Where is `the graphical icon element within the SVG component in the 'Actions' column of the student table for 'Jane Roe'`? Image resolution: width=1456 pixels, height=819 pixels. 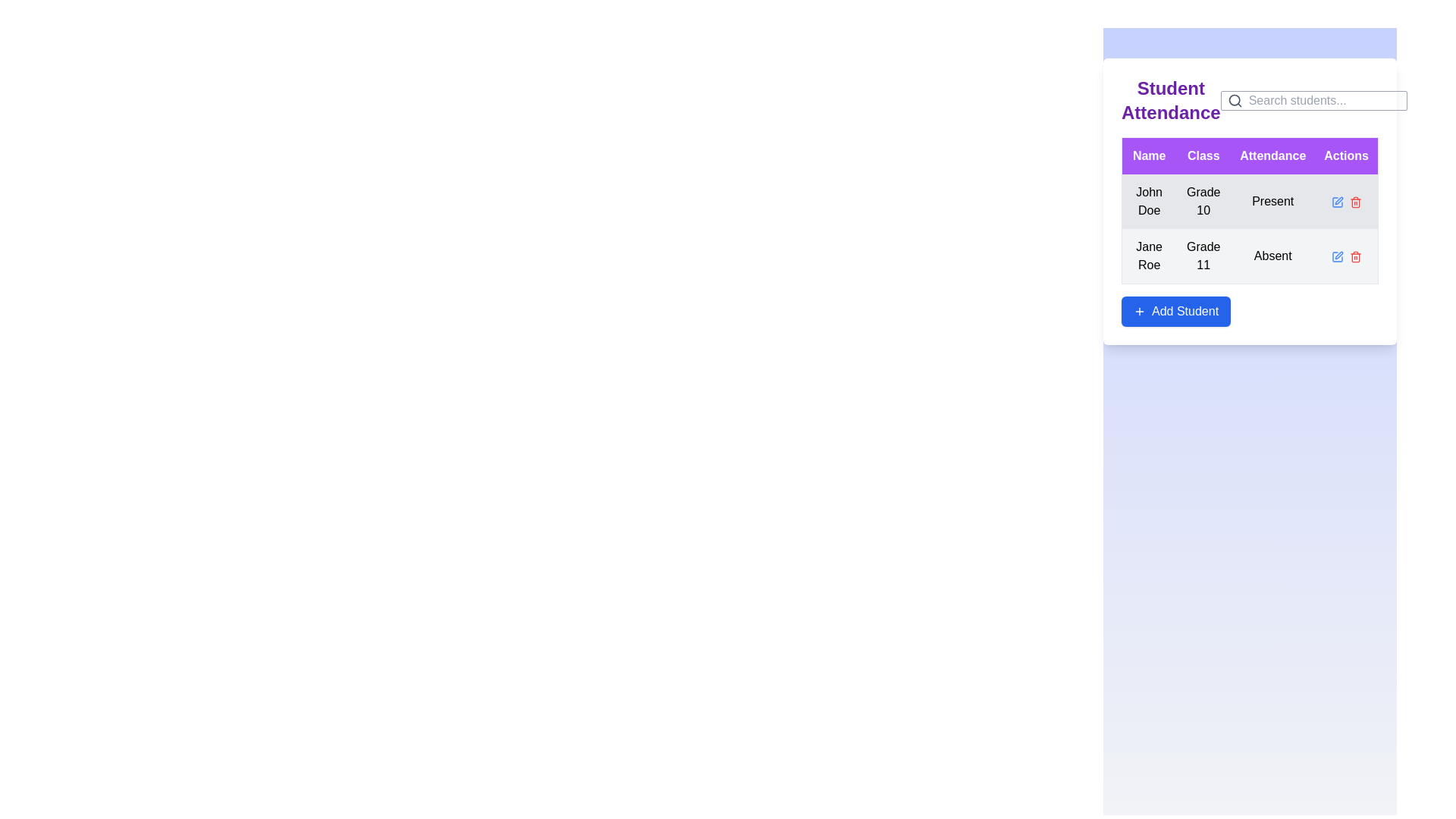 the graphical icon element within the SVG component in the 'Actions' column of the student table for 'Jane Roe' is located at coordinates (1337, 256).